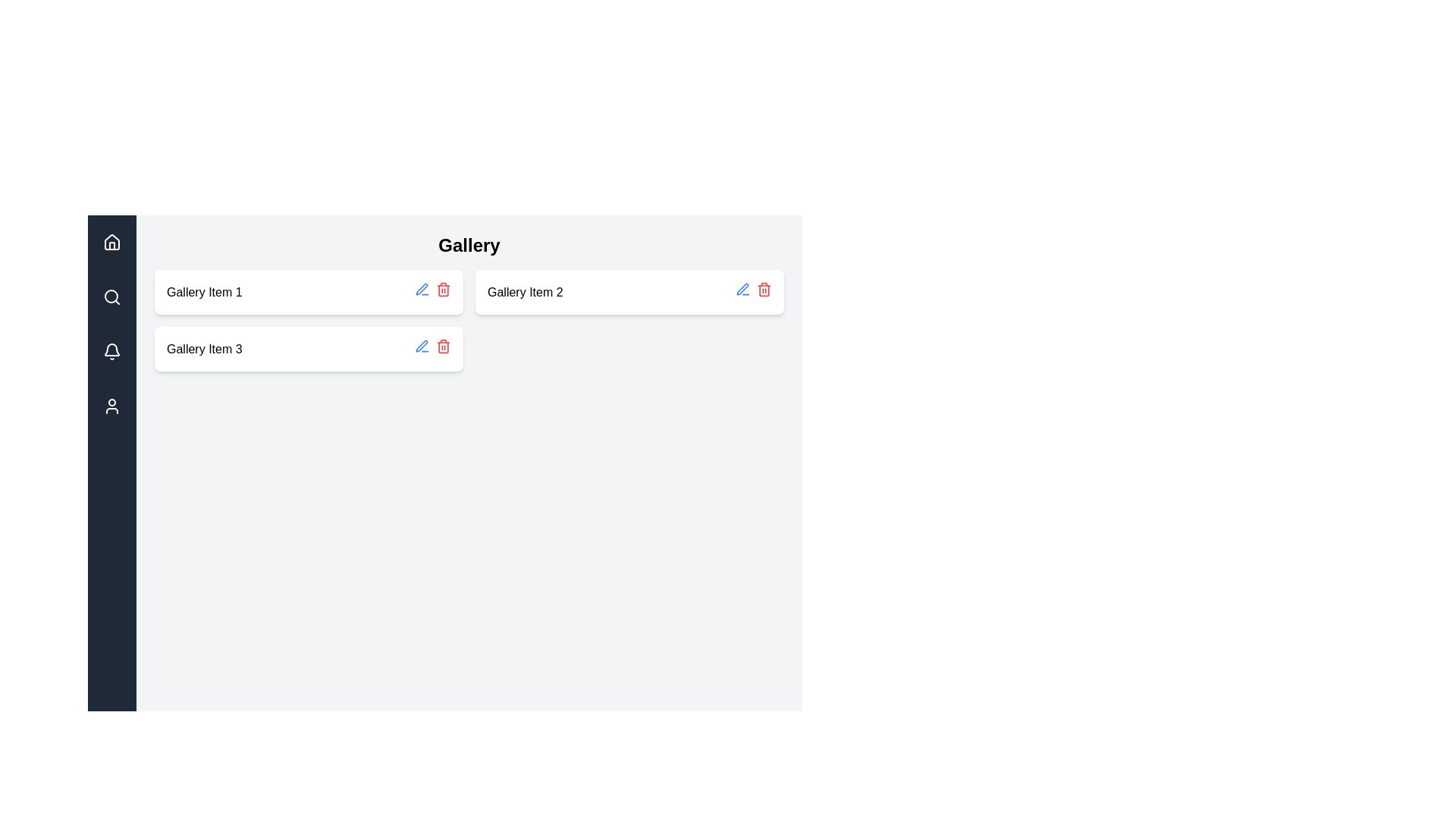 The image size is (1456, 819). I want to click on the house icon button located at the top of the vertical menu on the left side of the interface, so click(111, 241).